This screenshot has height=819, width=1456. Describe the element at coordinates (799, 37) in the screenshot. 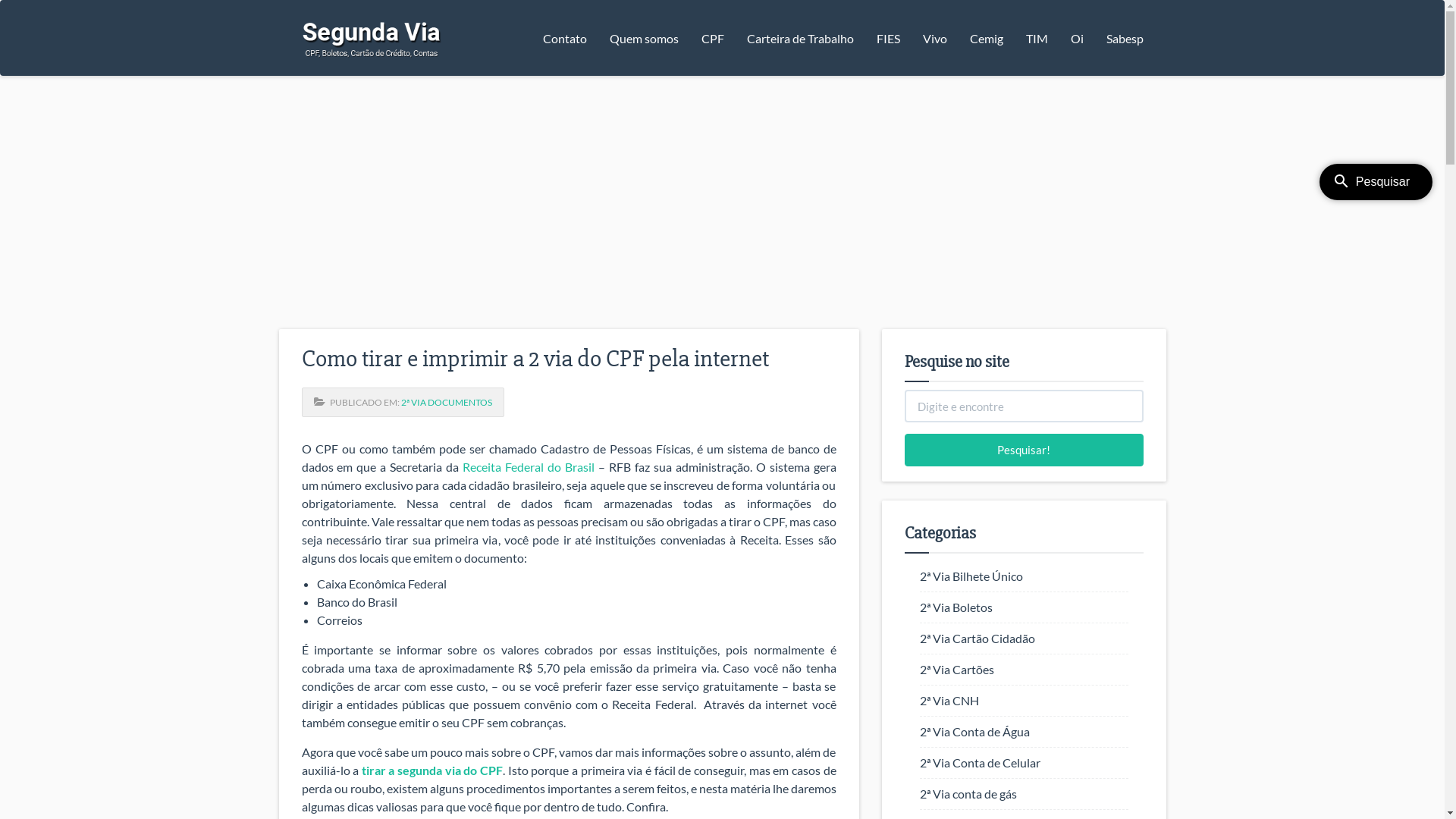

I see `'Carteira de Trabalho'` at that location.